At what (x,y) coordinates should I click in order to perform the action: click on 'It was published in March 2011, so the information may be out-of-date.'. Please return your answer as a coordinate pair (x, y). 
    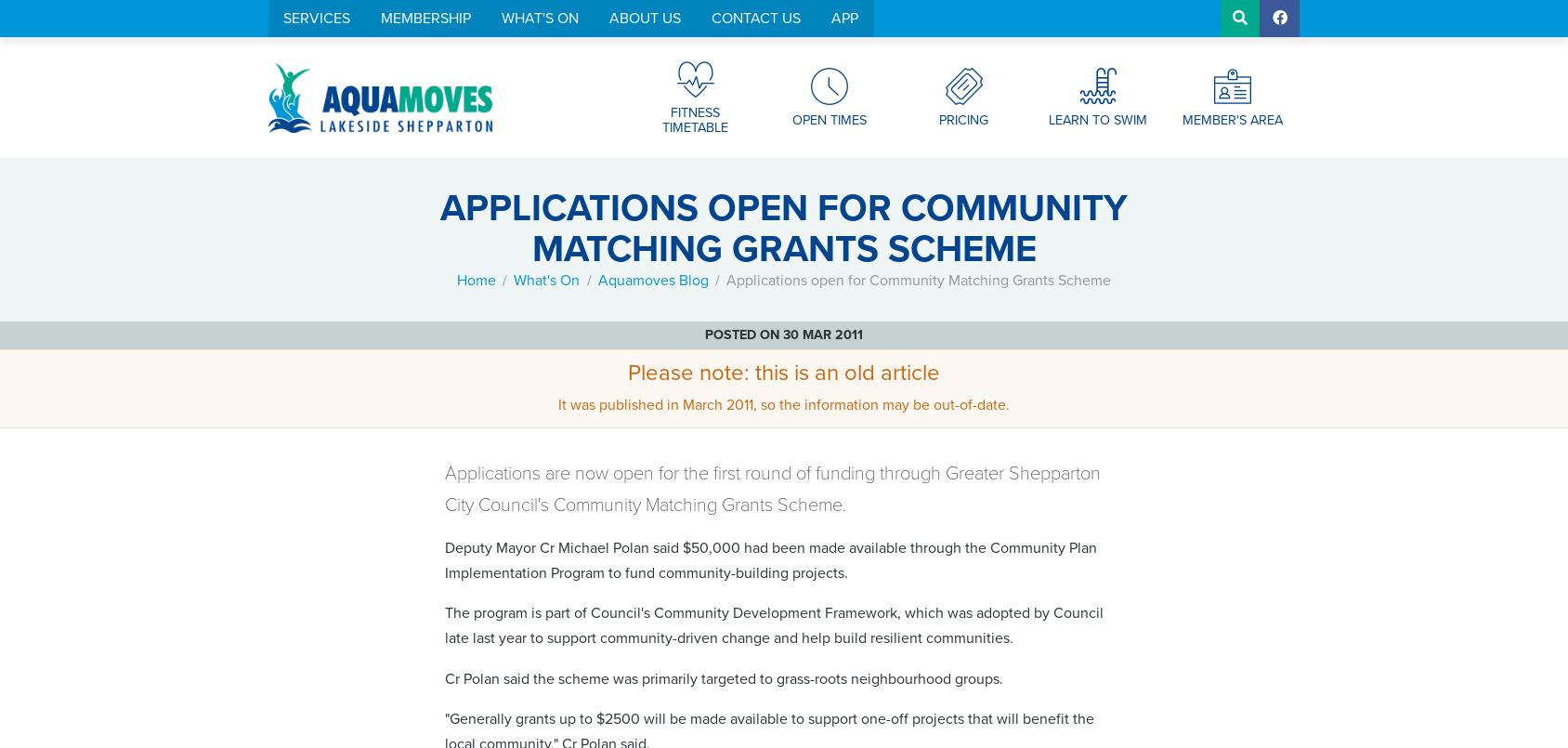
    Looking at the image, I should click on (782, 403).